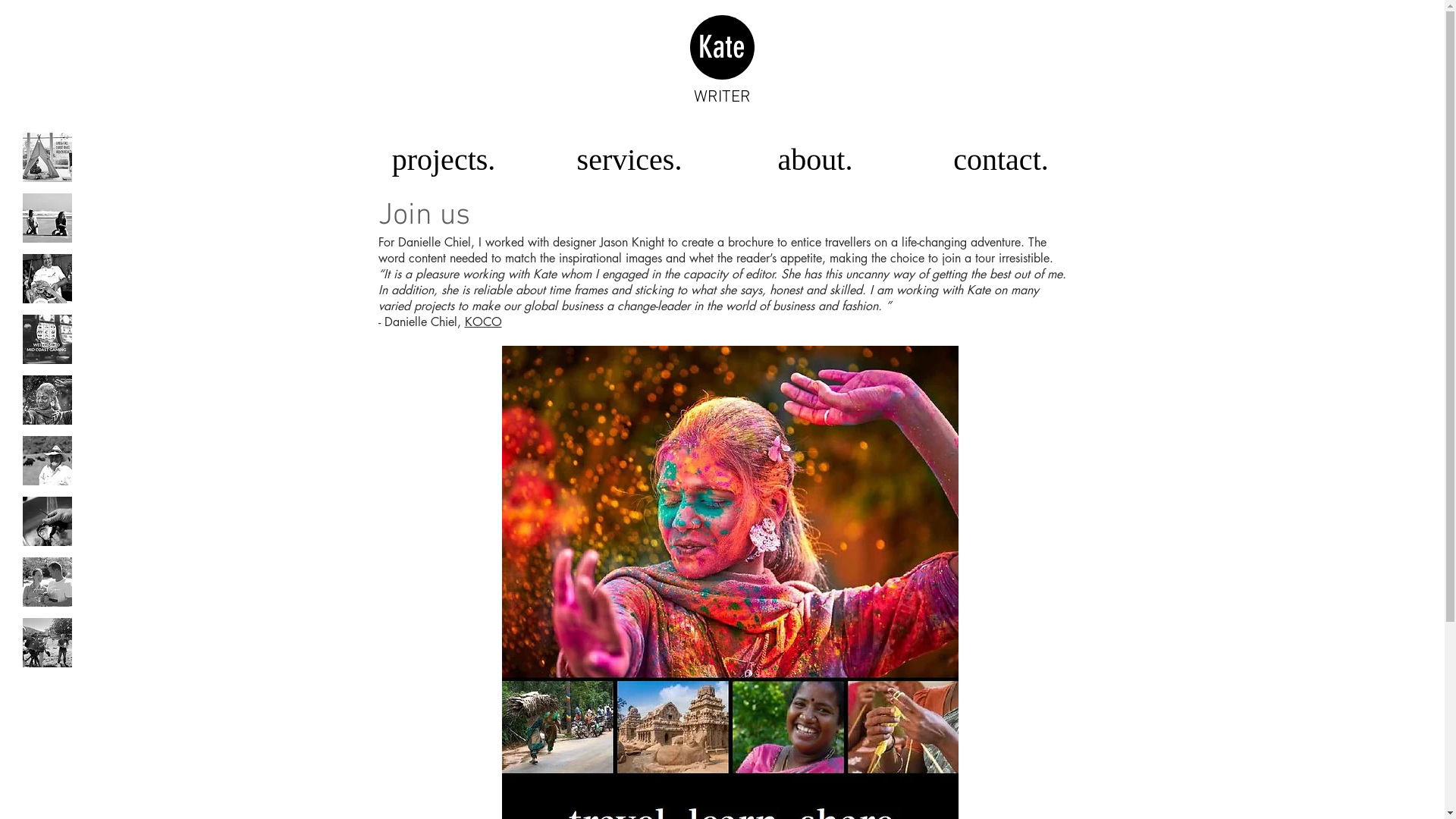 This screenshot has width=1456, height=819. What do you see at coordinates (629, 159) in the screenshot?
I see `'services.'` at bounding box center [629, 159].